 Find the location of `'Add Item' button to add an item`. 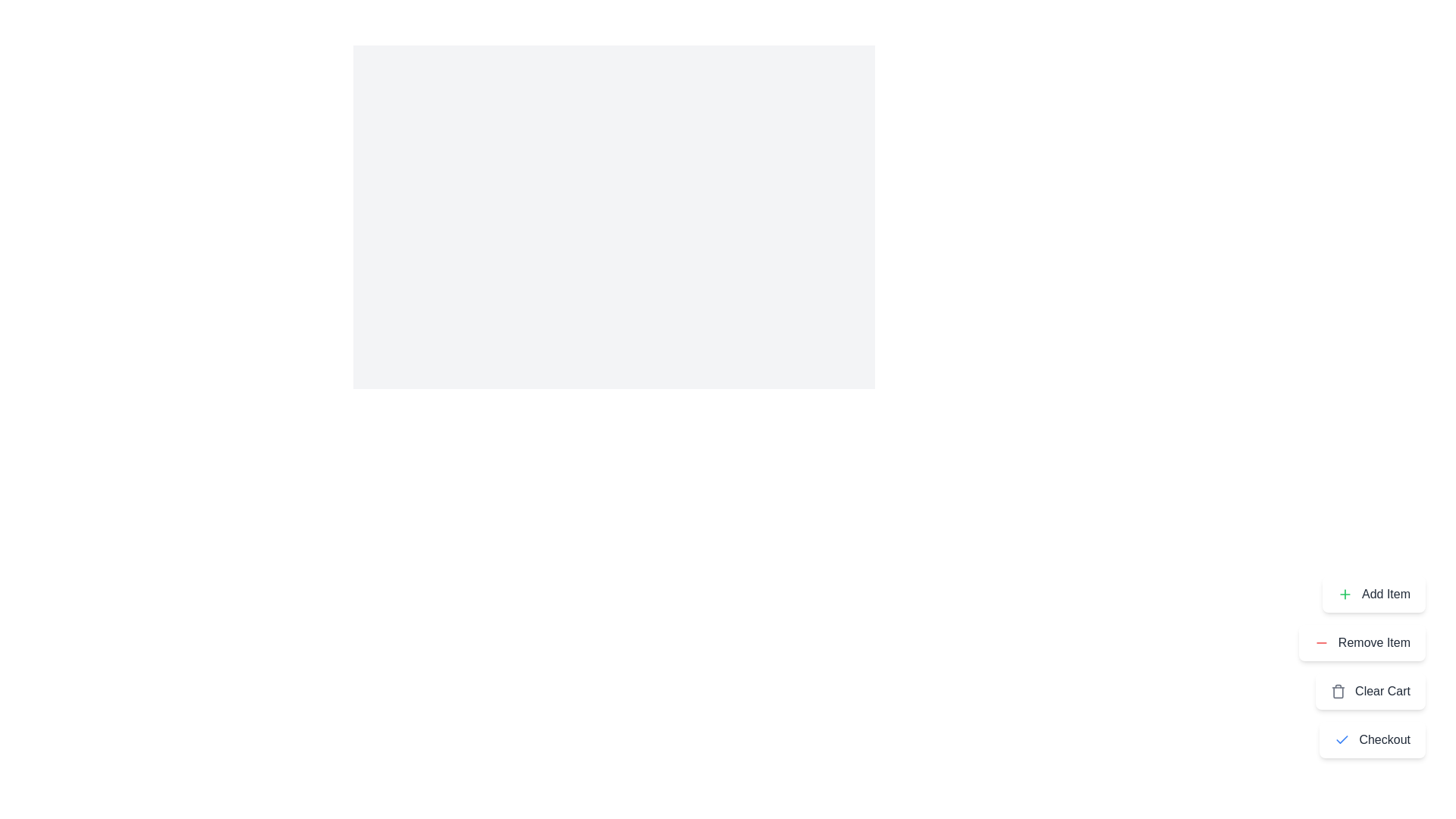

'Add Item' button to add an item is located at coordinates (1373, 593).